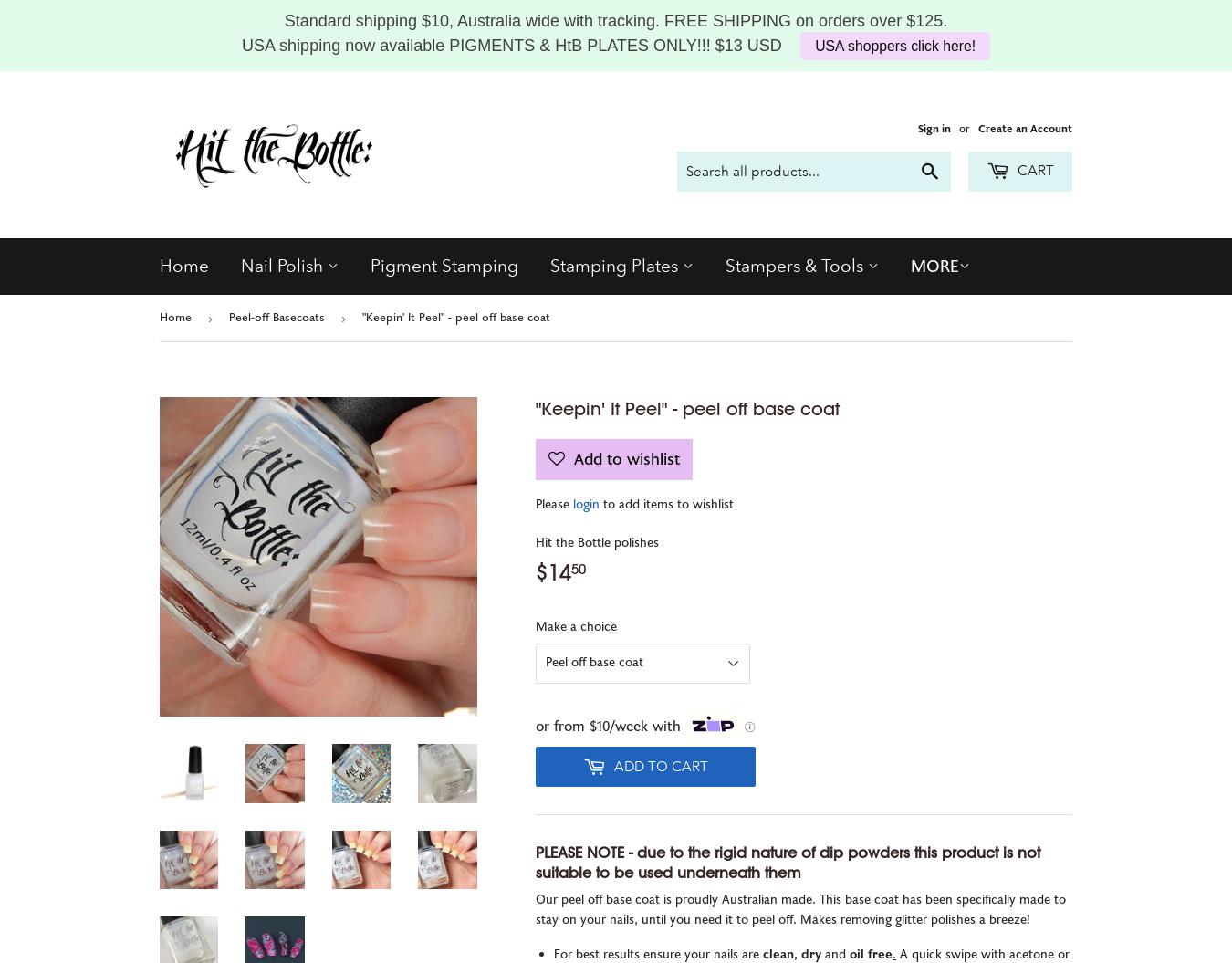 The height and width of the screenshot is (963, 1232). I want to click on 'Add to Cart', so click(659, 765).